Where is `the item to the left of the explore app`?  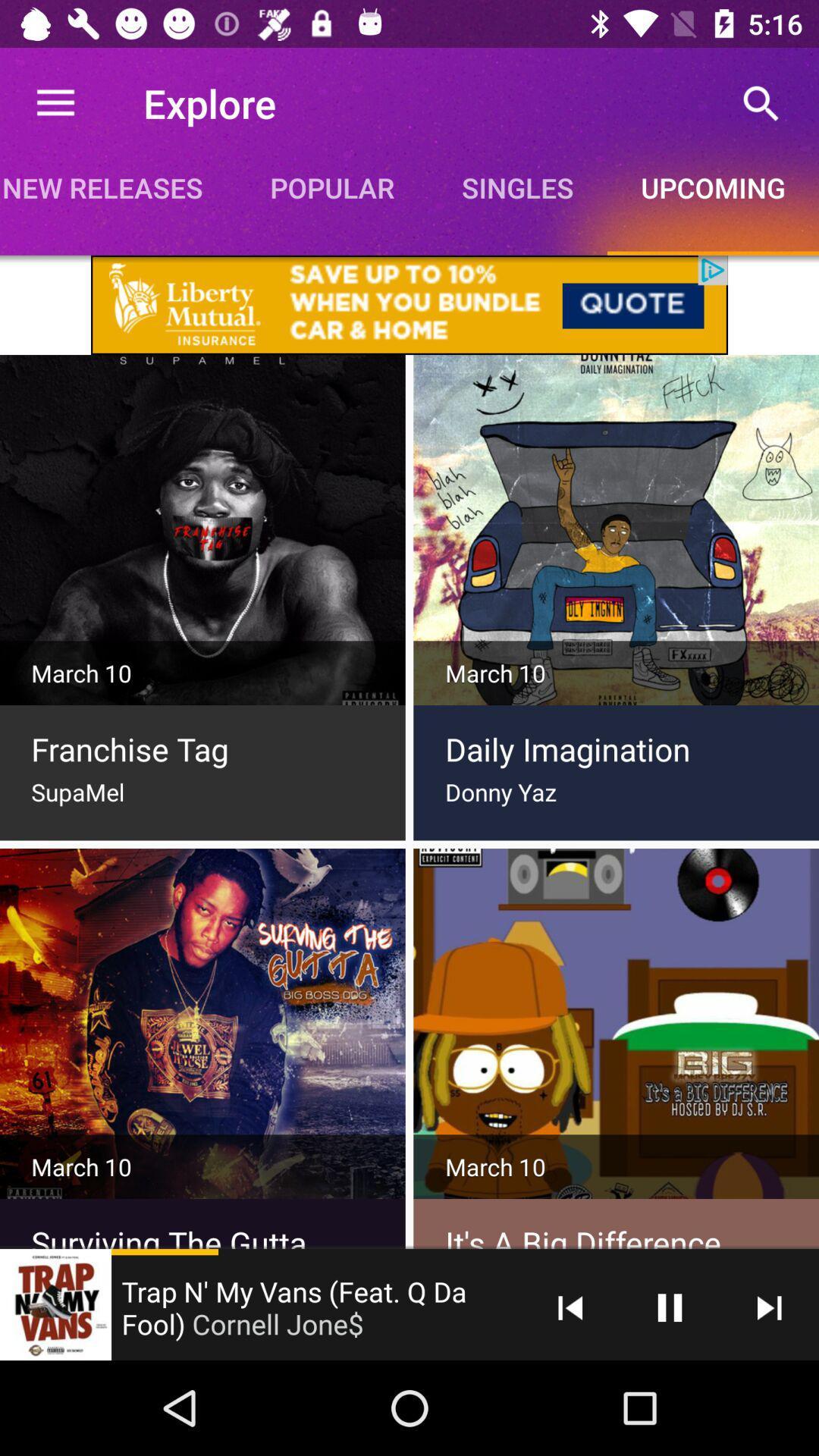 the item to the left of the explore app is located at coordinates (55, 102).